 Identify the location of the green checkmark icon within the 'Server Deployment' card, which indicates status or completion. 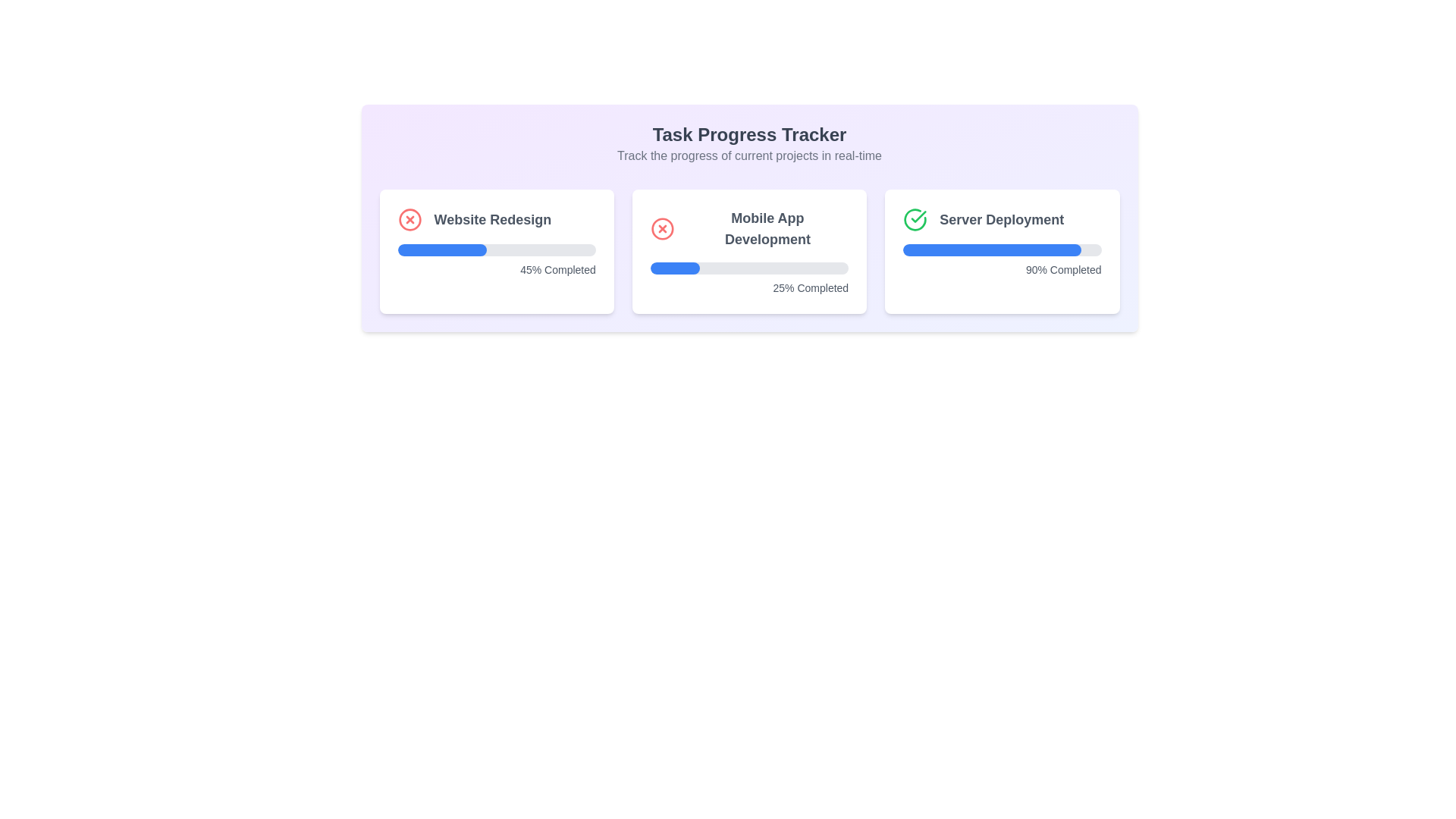
(918, 216).